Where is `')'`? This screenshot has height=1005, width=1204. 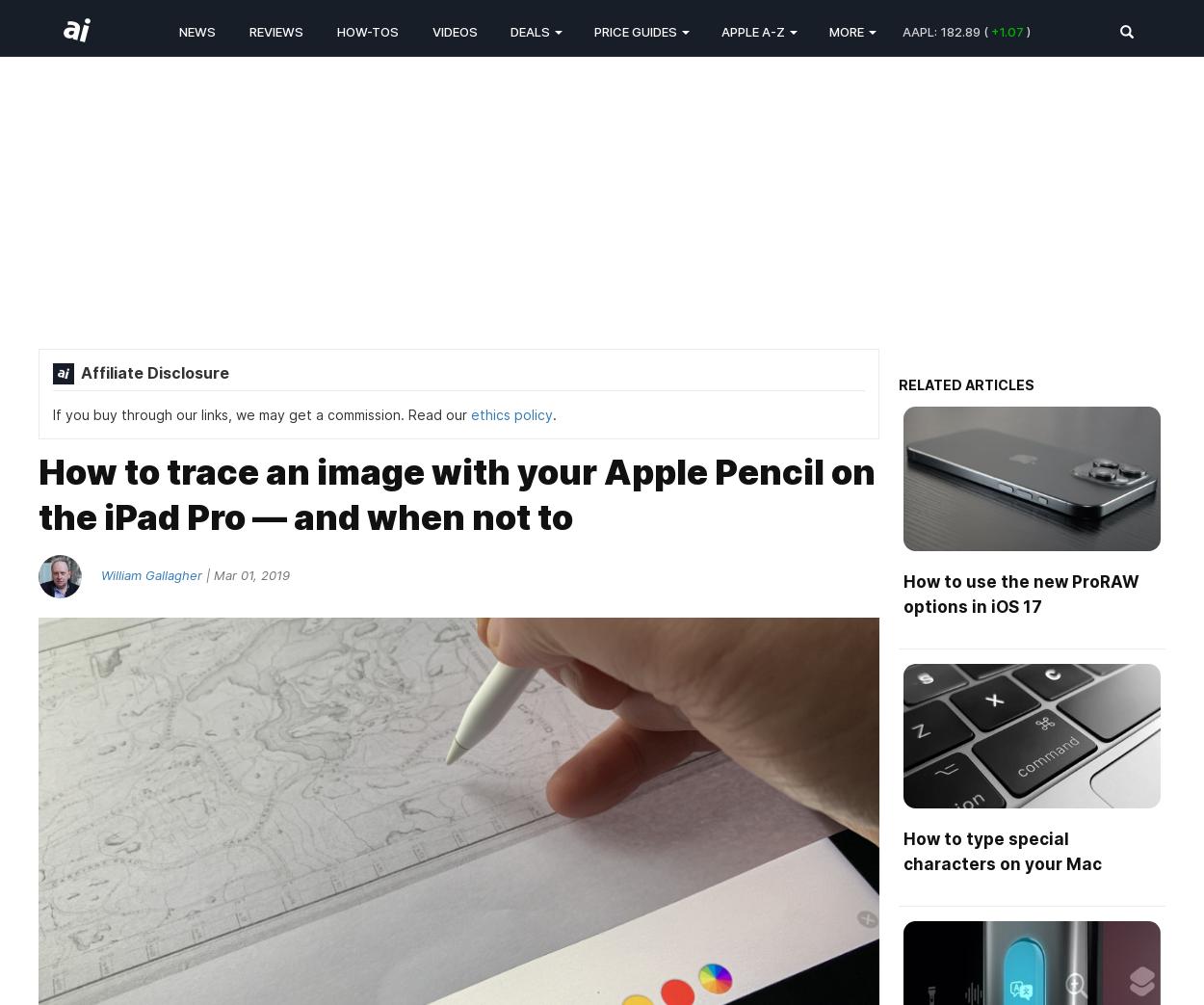 ')' is located at coordinates (1026, 30).